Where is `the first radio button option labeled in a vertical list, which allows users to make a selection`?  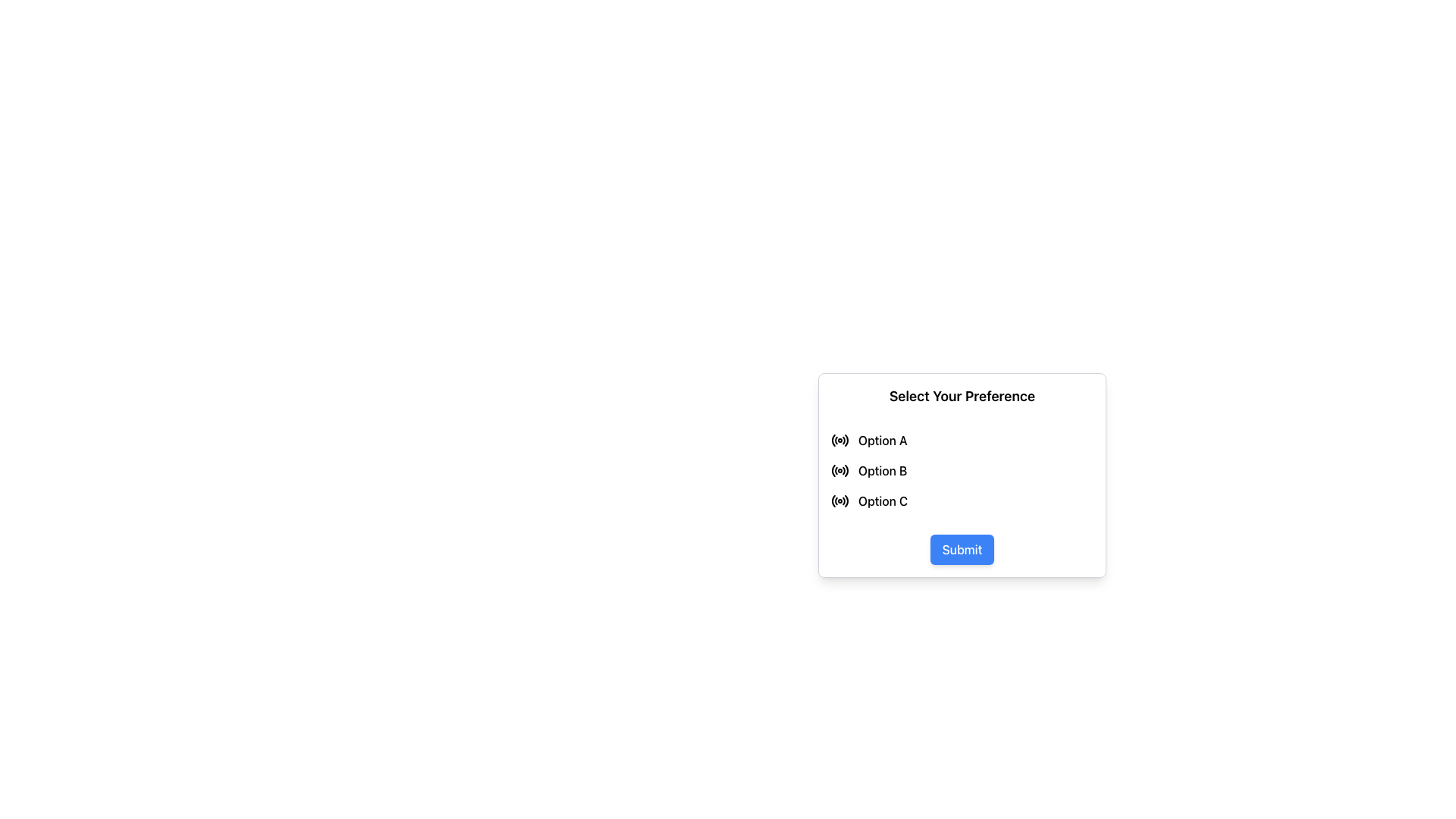
the first radio button option labeled in a vertical list, which allows users to make a selection is located at coordinates (961, 441).